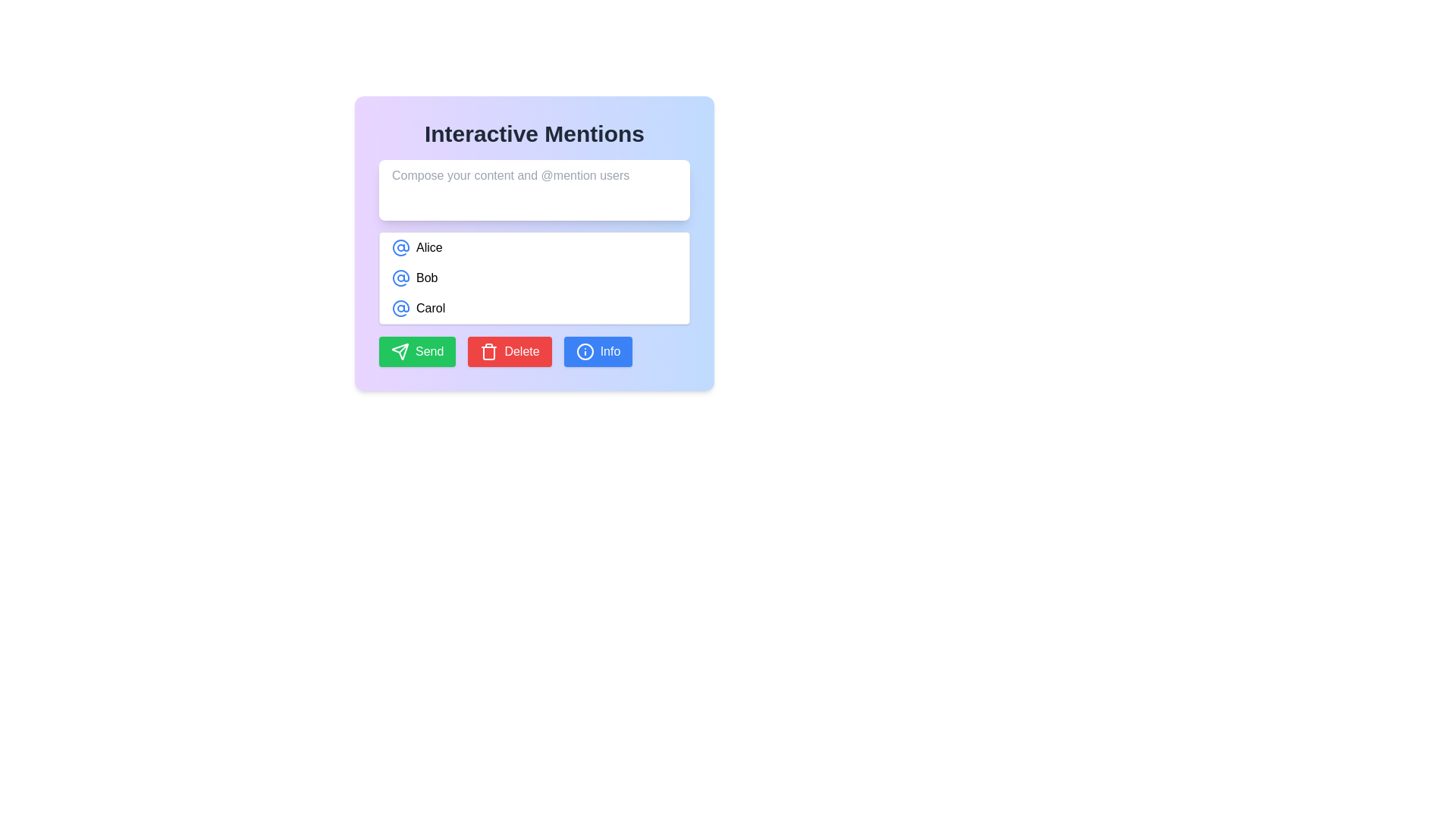 The image size is (1456, 819). What do you see at coordinates (400, 308) in the screenshot?
I see `the user mention icon for 'Carol', which is the third item in the user mention list` at bounding box center [400, 308].